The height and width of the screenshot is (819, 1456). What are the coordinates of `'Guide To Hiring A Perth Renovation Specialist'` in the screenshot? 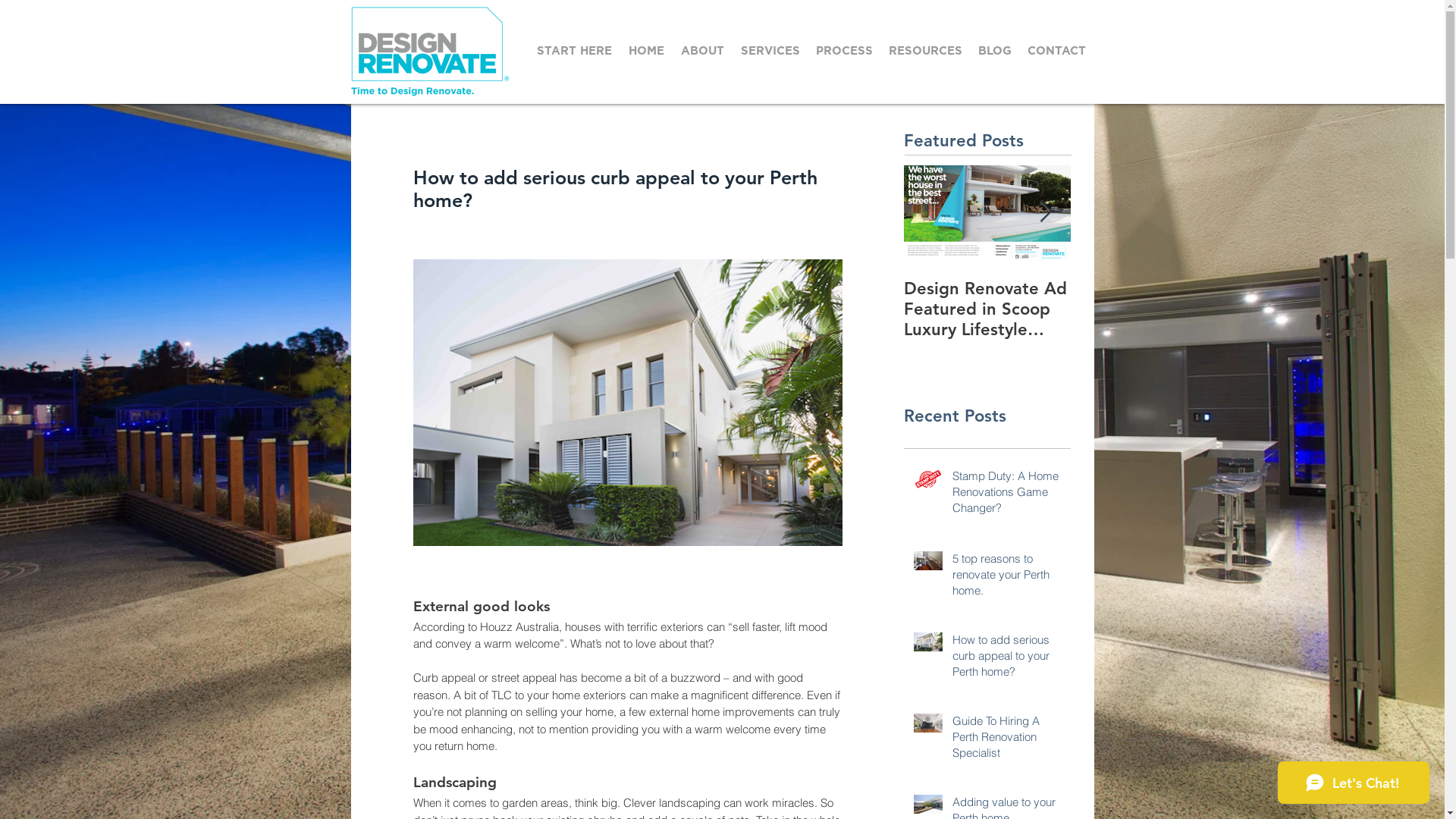 It's located at (952, 739).